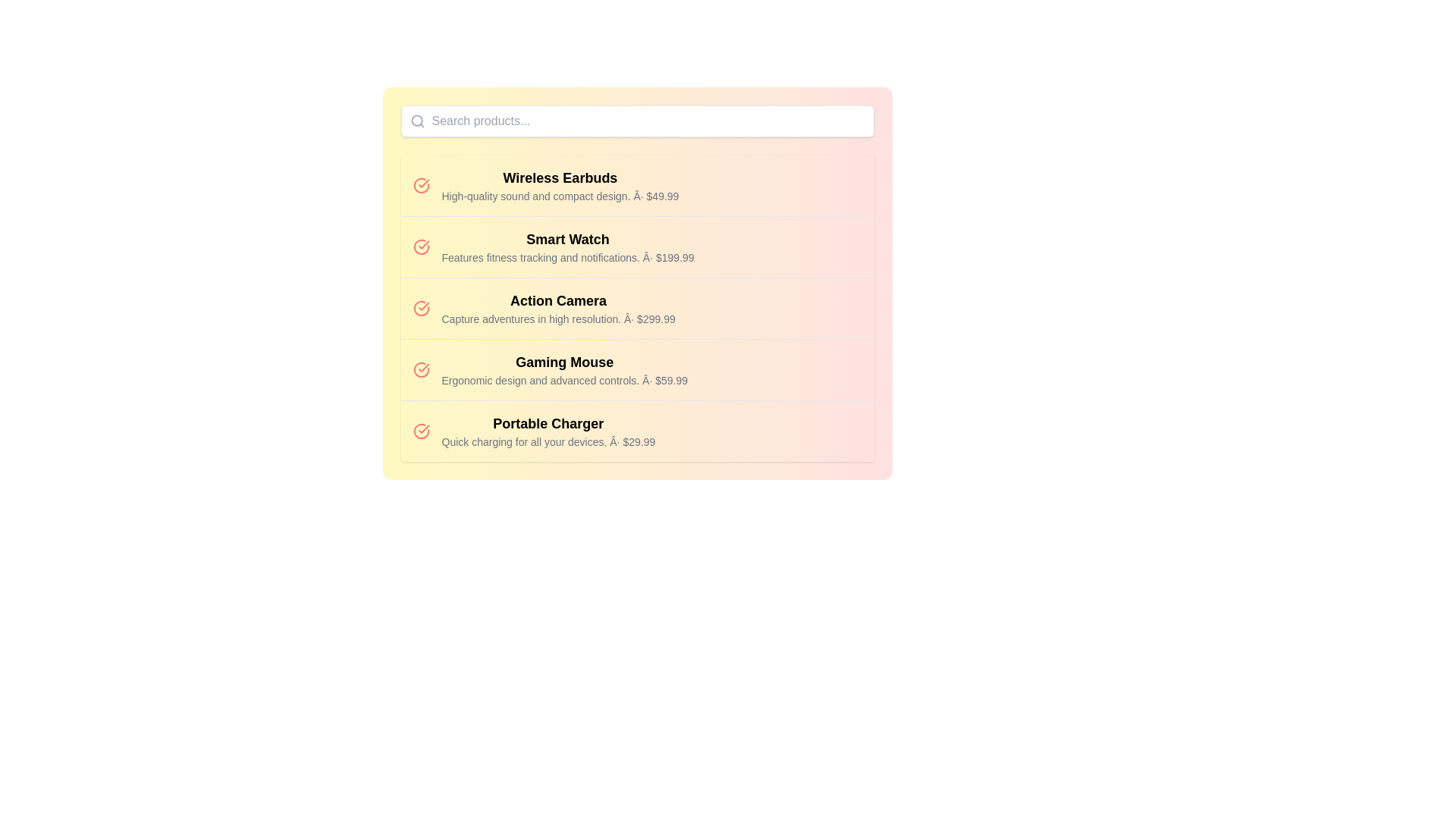 The width and height of the screenshot is (1456, 819). I want to click on the informational text block displaying details about the 'Gaming Mouse', which is the fourth product listing in the vertical stack, so click(563, 370).